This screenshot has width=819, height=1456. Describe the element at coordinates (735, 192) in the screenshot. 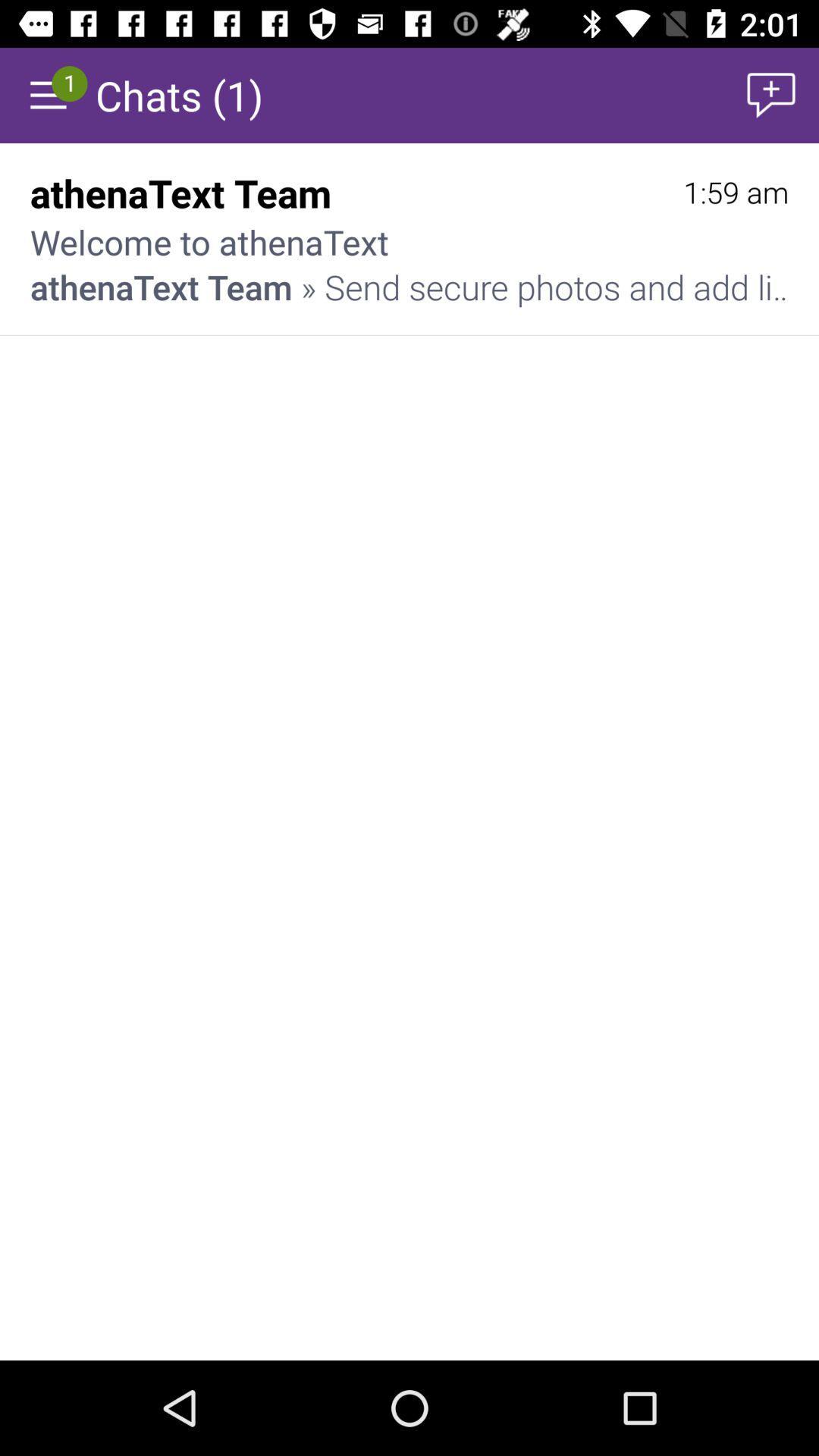

I see `item to the right of the athenatext team item` at that location.